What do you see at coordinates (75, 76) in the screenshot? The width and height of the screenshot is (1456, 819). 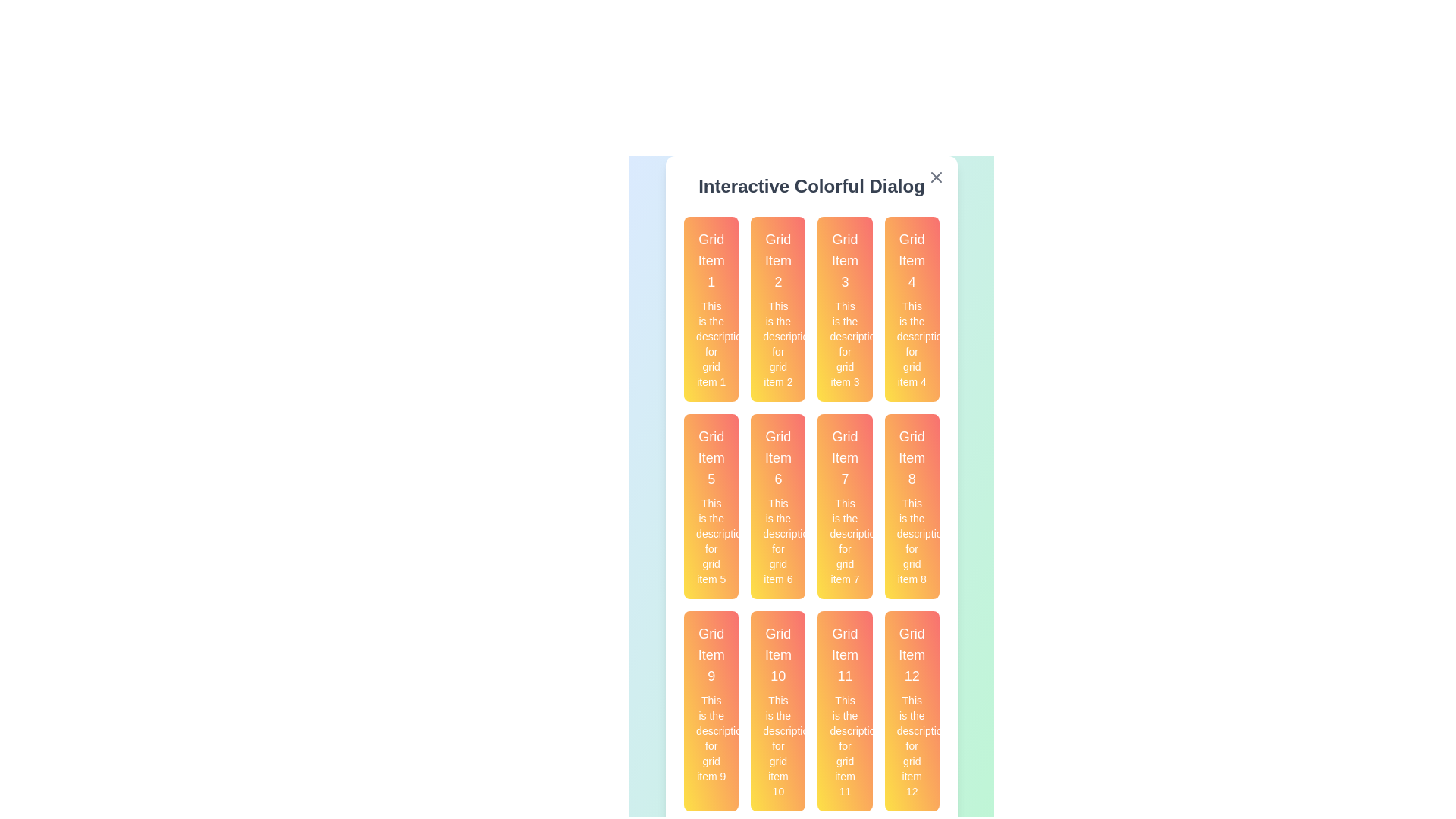 I see `the background outside the dialog to dismiss it` at bounding box center [75, 76].